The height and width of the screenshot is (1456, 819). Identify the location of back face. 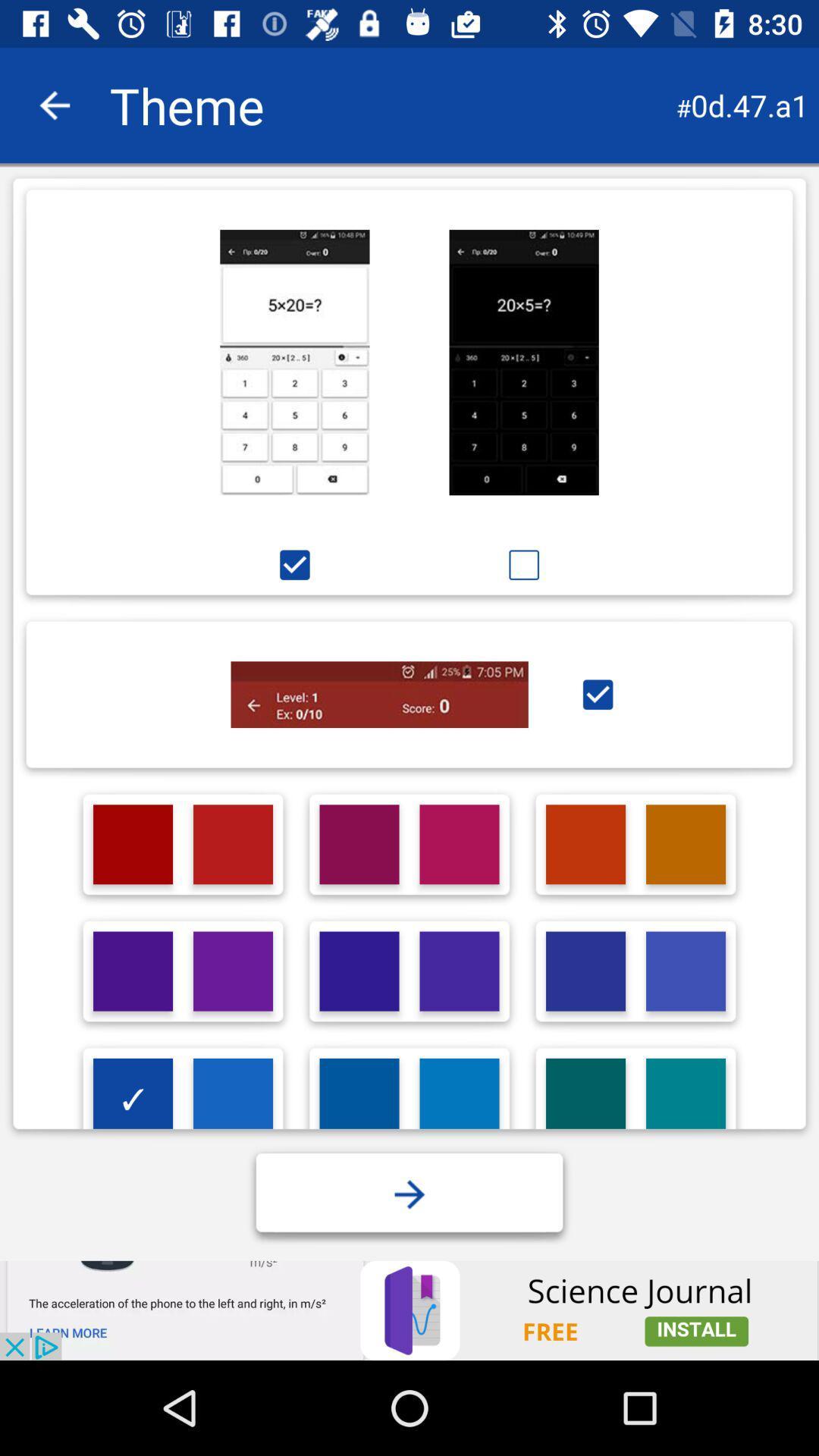
(54, 105).